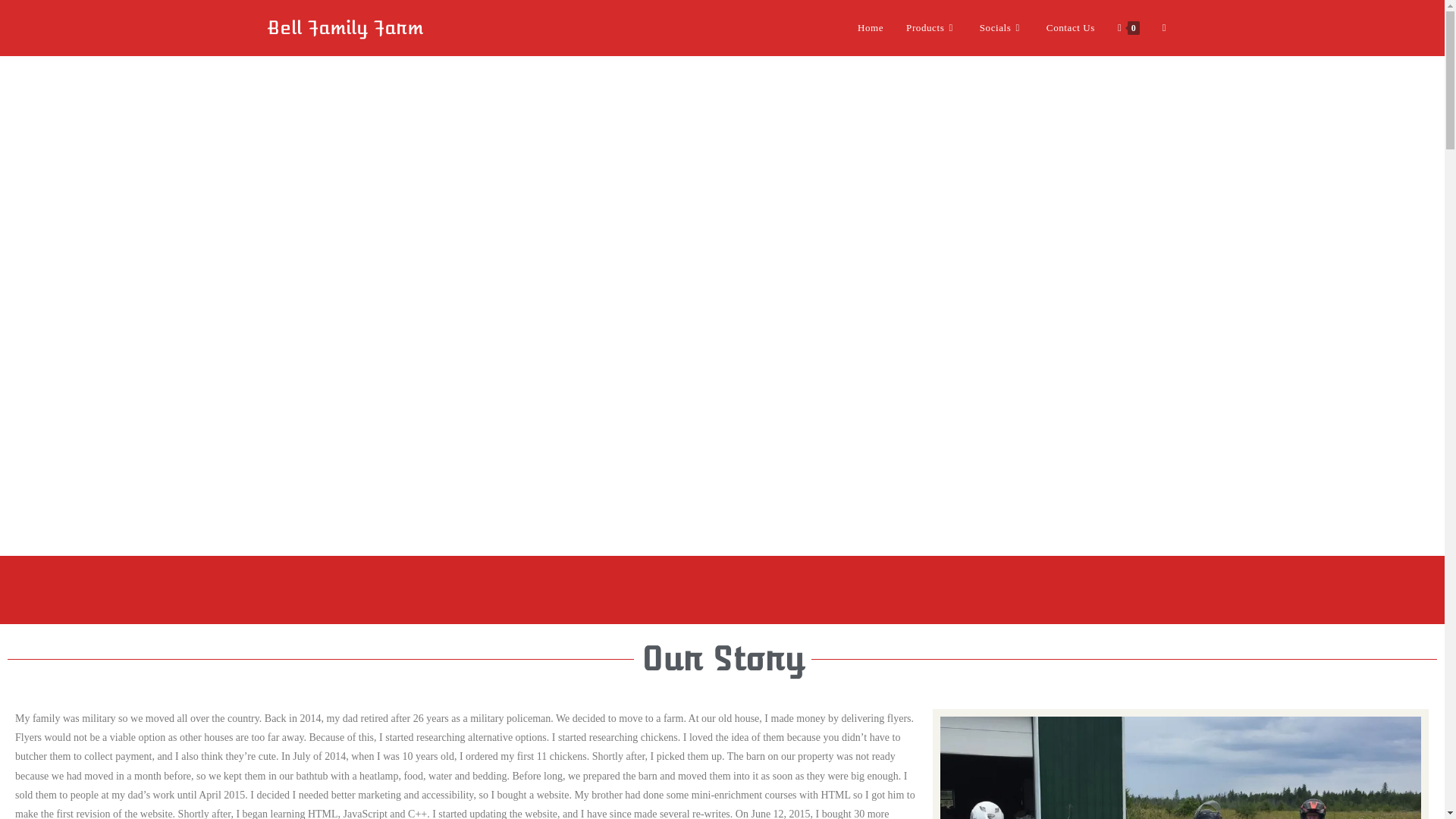 The height and width of the screenshot is (819, 1456). What do you see at coordinates (1069, 28) in the screenshot?
I see `'Contact Us'` at bounding box center [1069, 28].